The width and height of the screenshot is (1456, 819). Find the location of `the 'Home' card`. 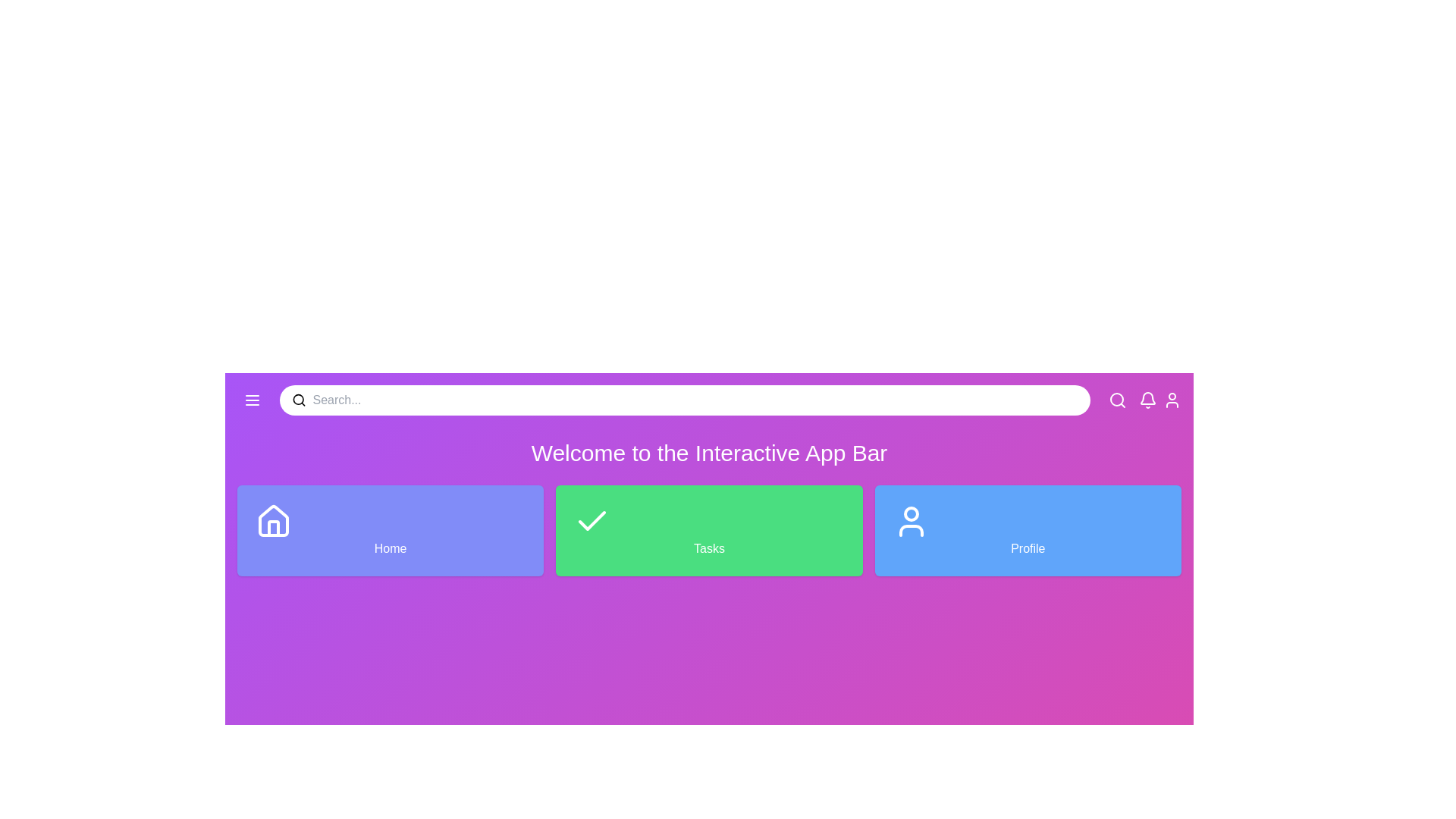

the 'Home' card is located at coordinates (390, 529).